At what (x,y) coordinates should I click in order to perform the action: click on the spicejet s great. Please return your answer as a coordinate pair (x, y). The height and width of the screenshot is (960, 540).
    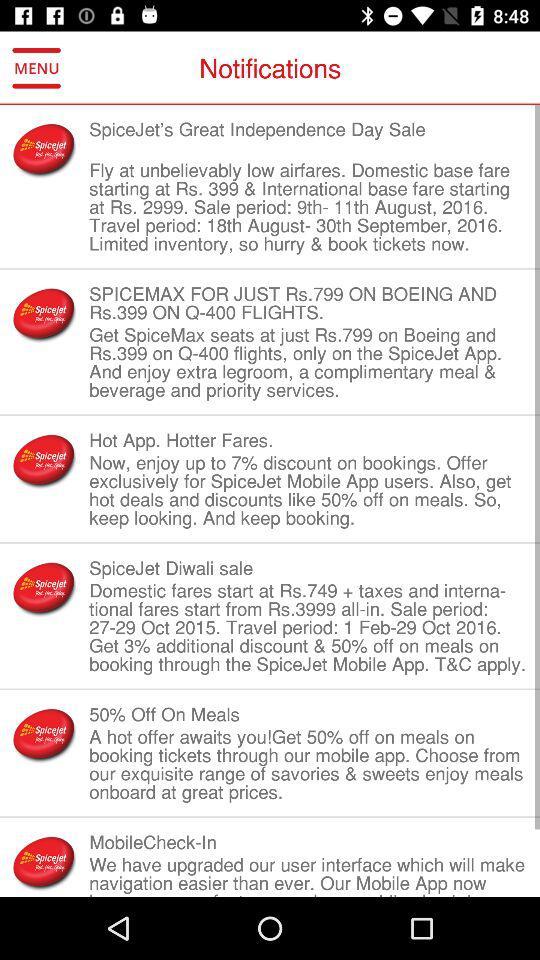
    Looking at the image, I should click on (308, 137).